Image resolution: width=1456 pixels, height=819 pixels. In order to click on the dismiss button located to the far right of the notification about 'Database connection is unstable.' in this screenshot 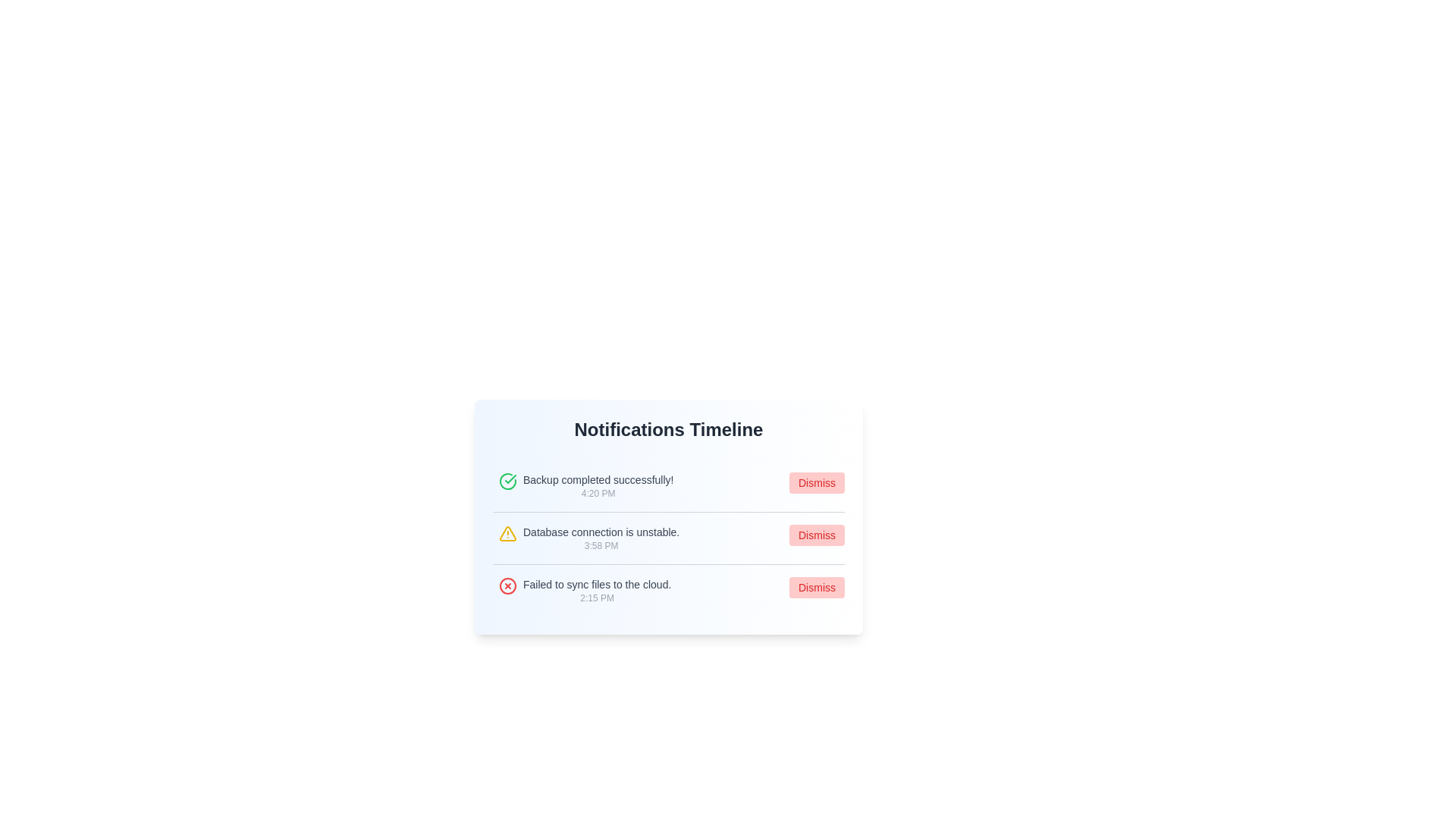, I will do `click(816, 534)`.